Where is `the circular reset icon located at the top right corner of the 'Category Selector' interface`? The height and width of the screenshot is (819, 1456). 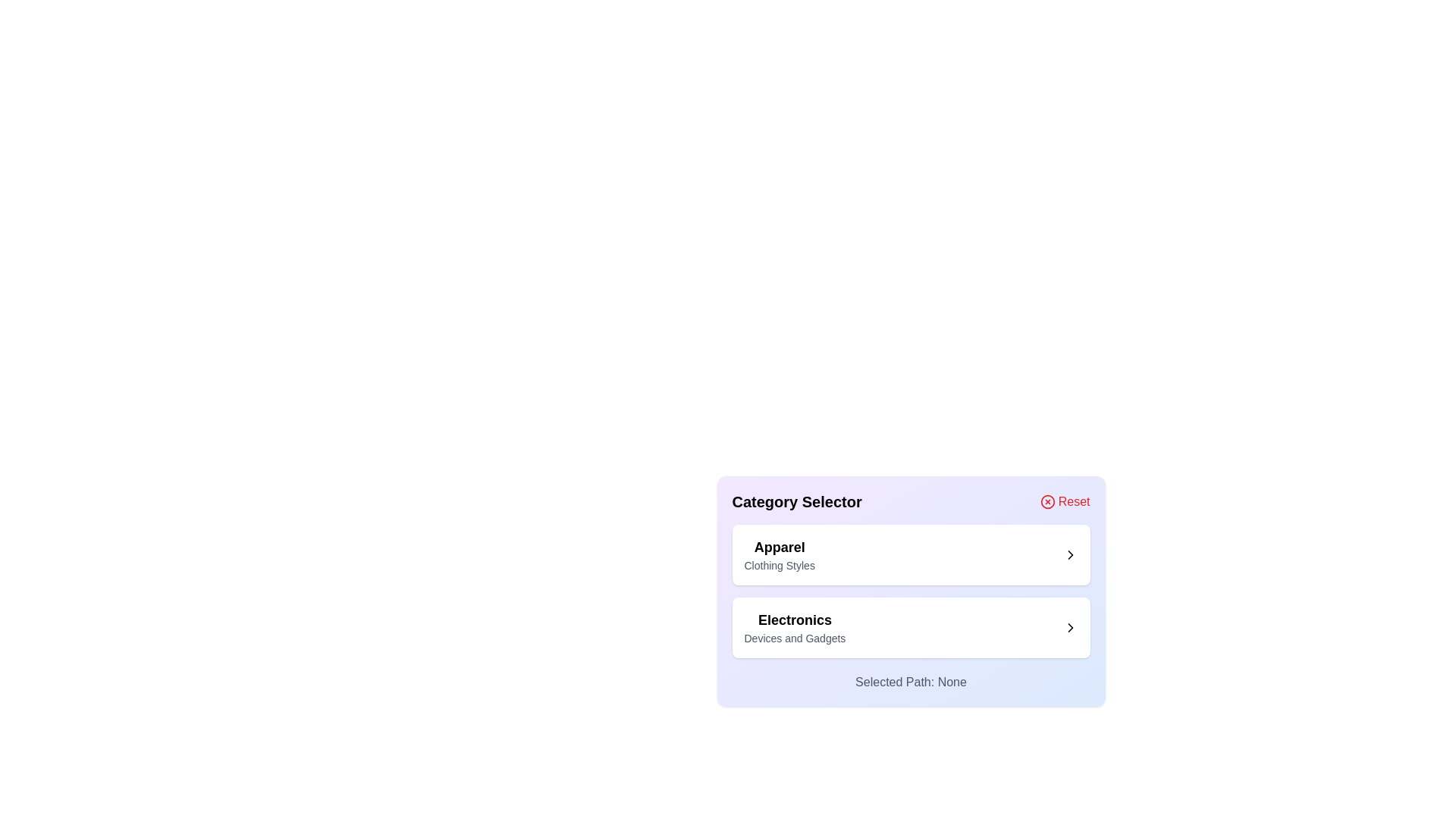 the circular reset icon located at the top right corner of the 'Category Selector' interface is located at coordinates (1046, 502).